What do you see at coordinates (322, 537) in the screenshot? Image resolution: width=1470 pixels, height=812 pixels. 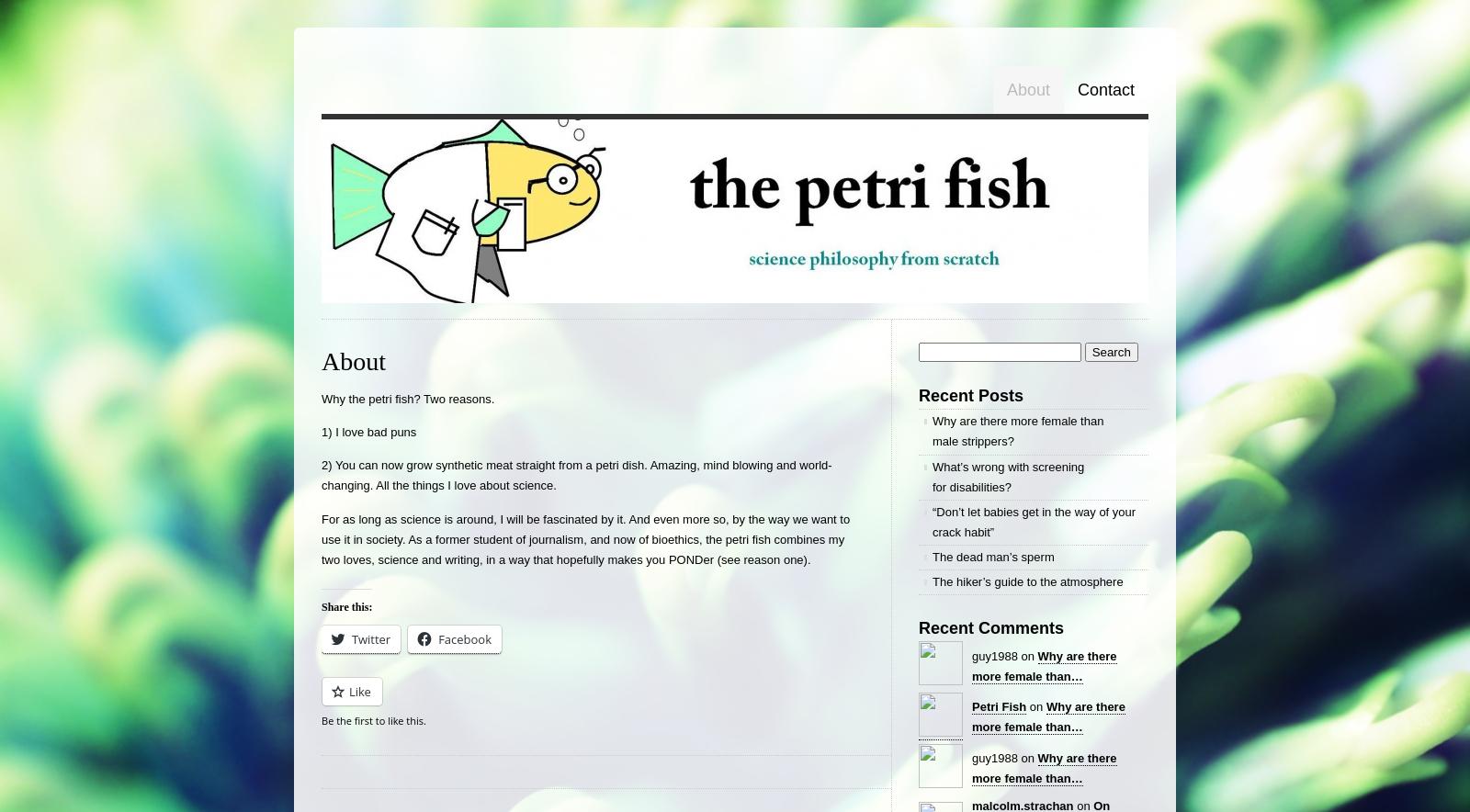 I see `'For as long as science is around, I will be fascinated by it. And even more so, by the way we want to use it in society. As a former student of journalism, and now of bioethics, the petri fish combines my two loves, science and writing, in a way that hopefully makes you PONDer (see reason one).'` at bounding box center [322, 537].